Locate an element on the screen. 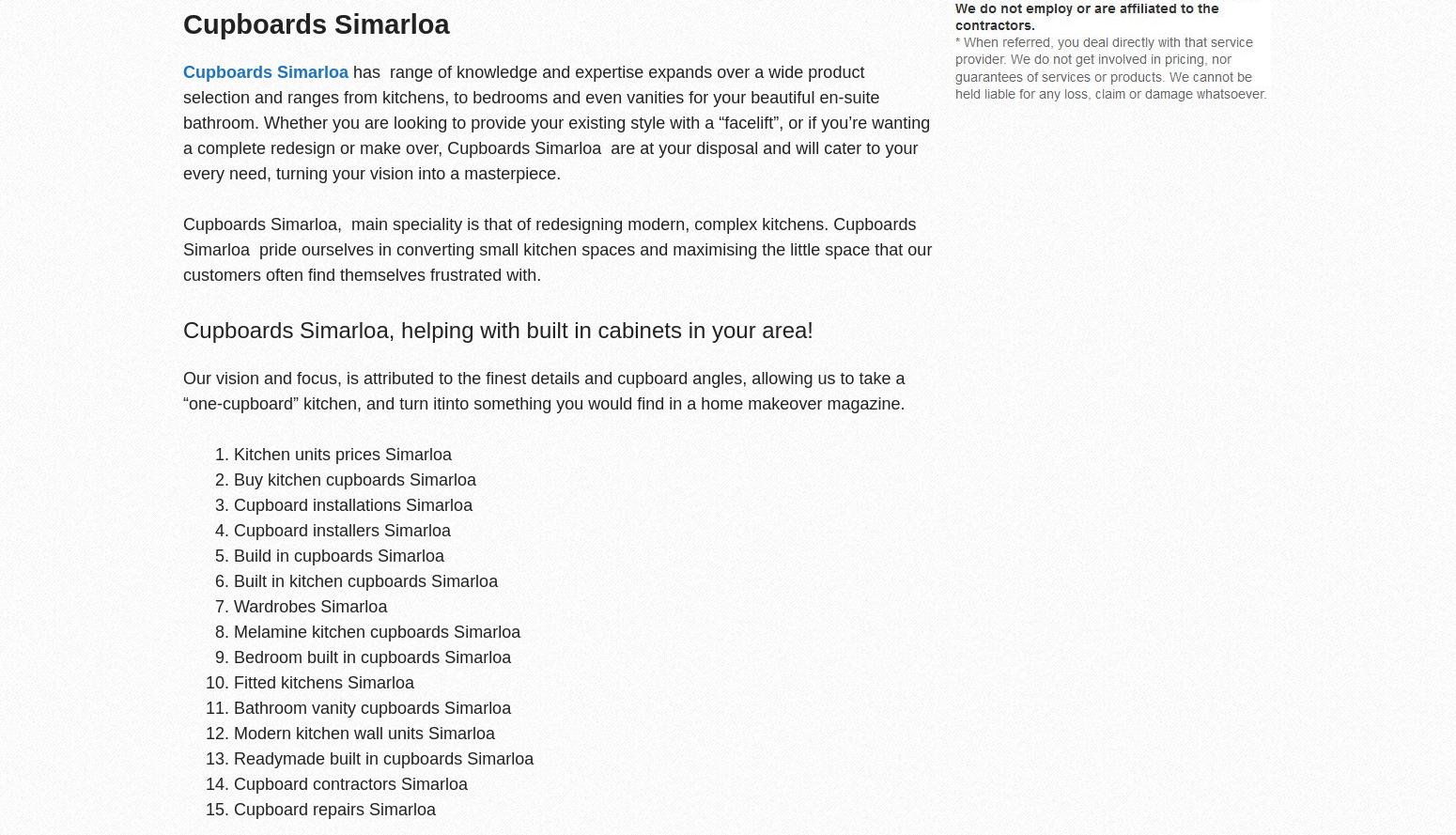 This screenshot has width=1456, height=835. 'Build in cupboards Simarloa' is located at coordinates (233, 554).